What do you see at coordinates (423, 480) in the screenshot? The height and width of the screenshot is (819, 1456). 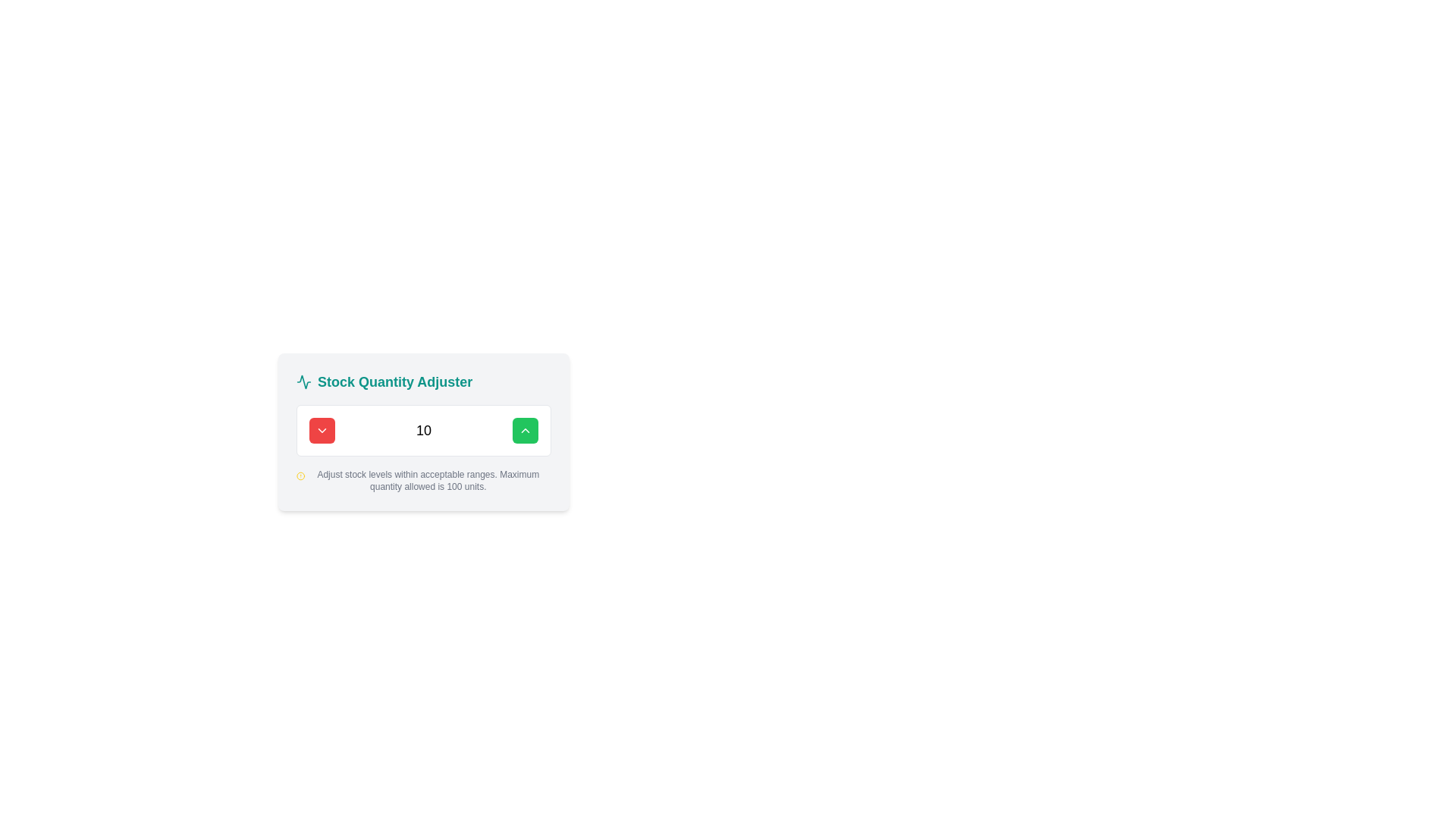 I see `the informational text element that consists of a small yellow alert icon and the message 'Adjust stock levels within acceptable ranges. Maximum quantity allowed is 100 units.' located at the bottom of the 'Stock Quantity Adjuster' card` at bounding box center [423, 480].